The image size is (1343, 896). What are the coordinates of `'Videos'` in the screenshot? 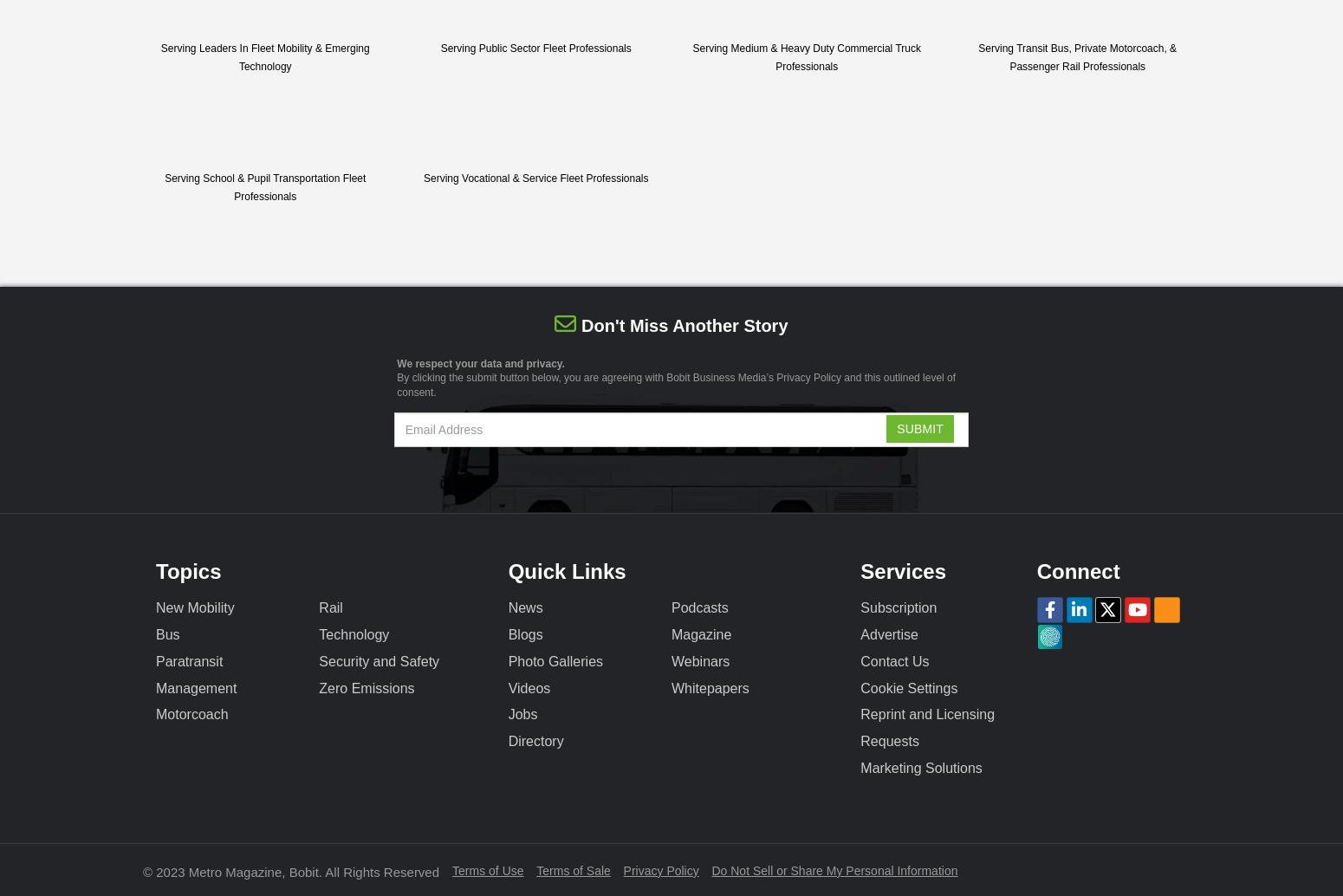 It's located at (529, 686).